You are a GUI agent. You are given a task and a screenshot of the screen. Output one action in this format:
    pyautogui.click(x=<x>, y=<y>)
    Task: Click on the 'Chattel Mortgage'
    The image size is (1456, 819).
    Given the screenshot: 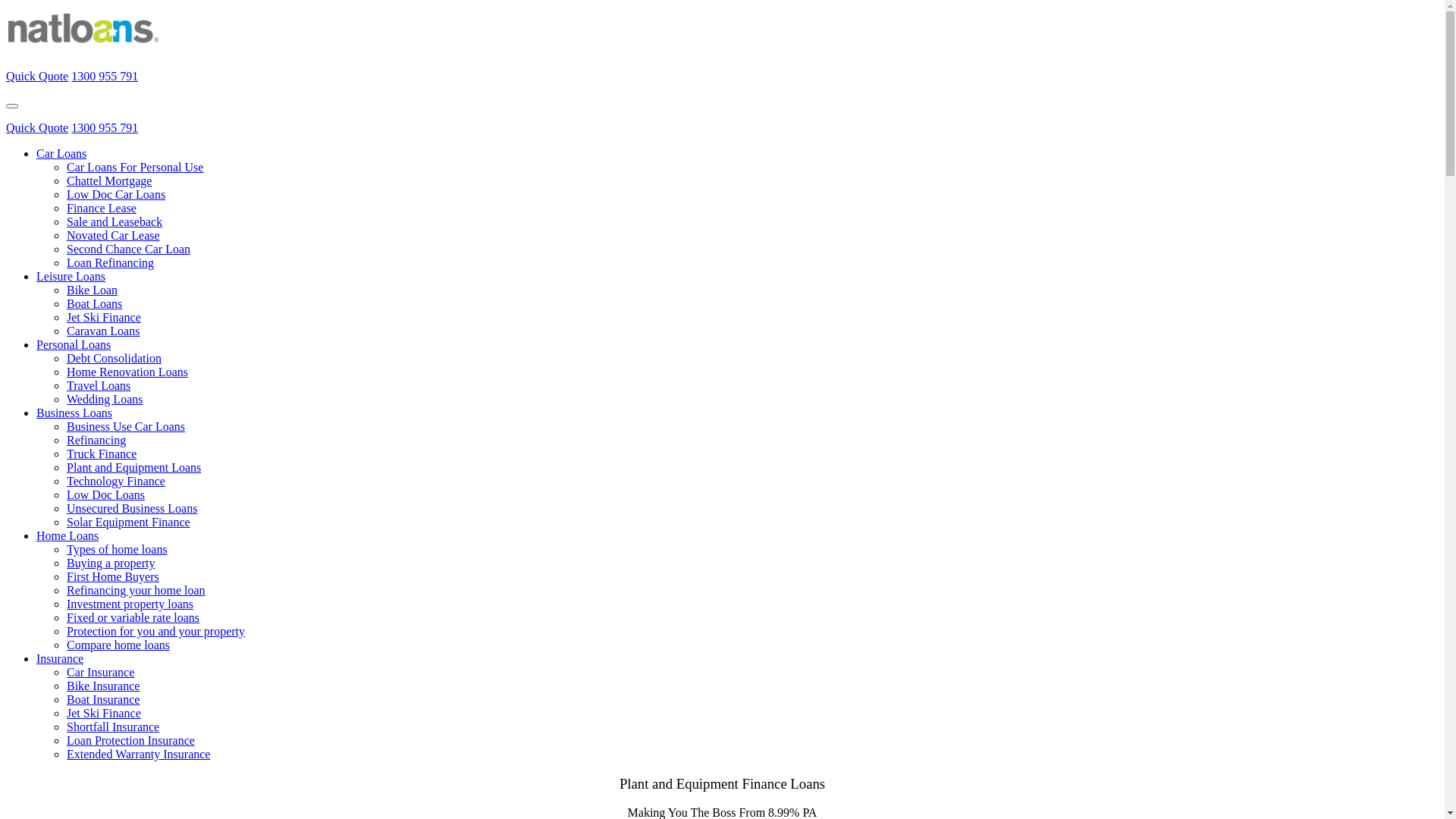 What is the action you would take?
    pyautogui.click(x=108, y=180)
    